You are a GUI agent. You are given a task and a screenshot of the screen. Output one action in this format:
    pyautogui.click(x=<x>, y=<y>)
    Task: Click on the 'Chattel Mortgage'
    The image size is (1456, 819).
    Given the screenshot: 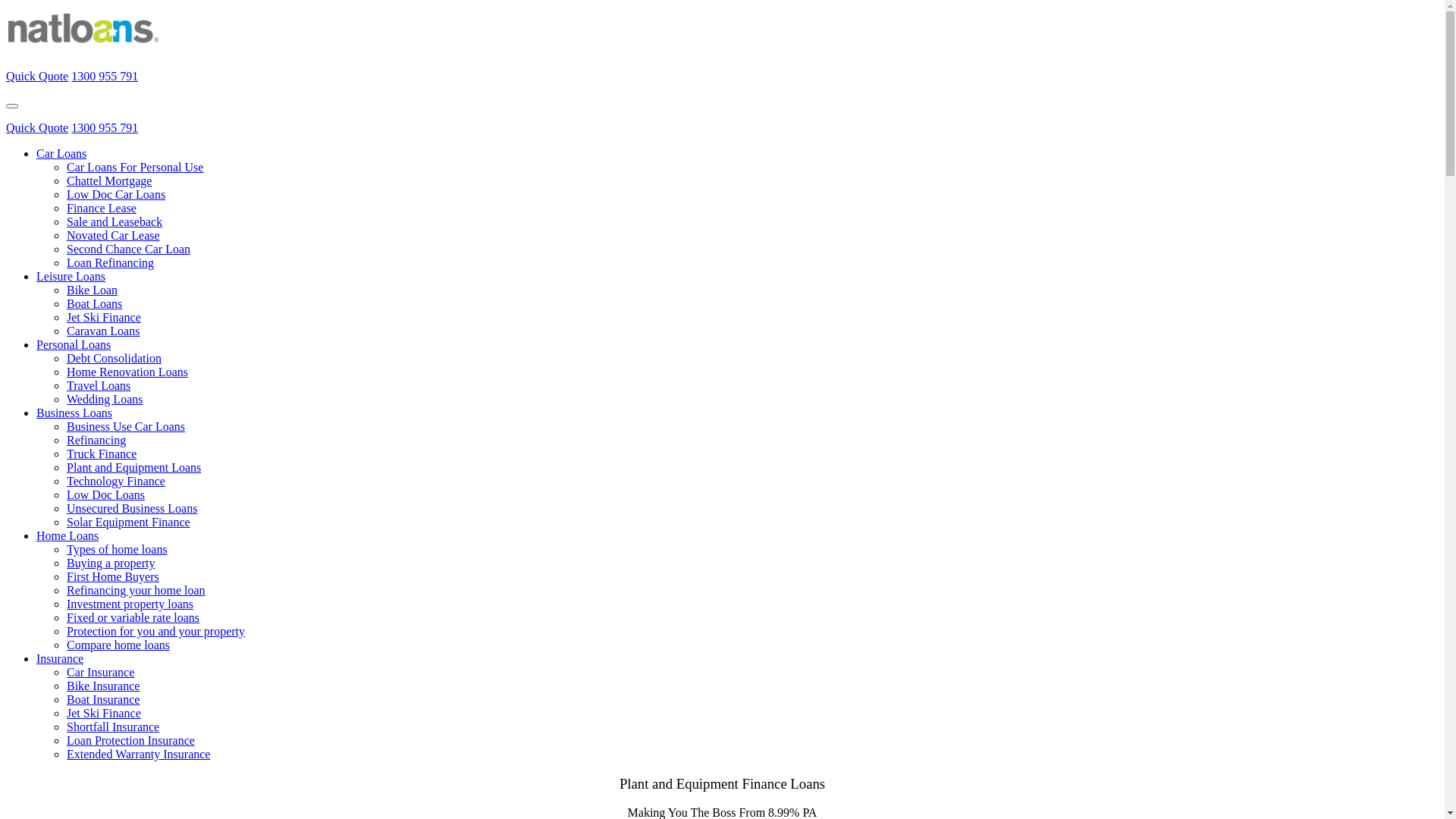 What is the action you would take?
    pyautogui.click(x=108, y=180)
    